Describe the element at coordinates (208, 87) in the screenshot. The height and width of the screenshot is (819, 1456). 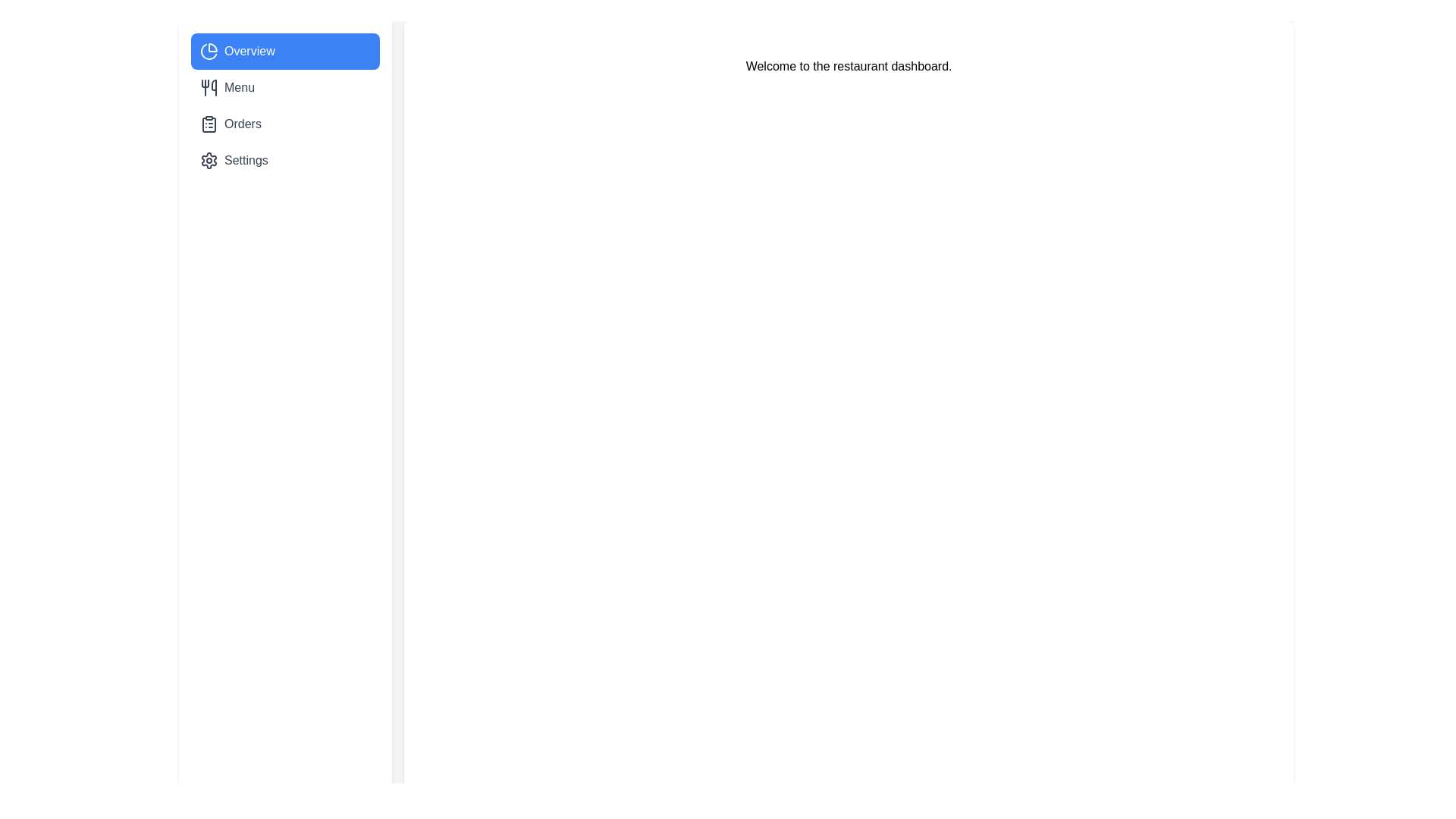
I see `the utensils icon in the left-side navigation menu, which is located directly to the left of the text 'Menu'` at that location.